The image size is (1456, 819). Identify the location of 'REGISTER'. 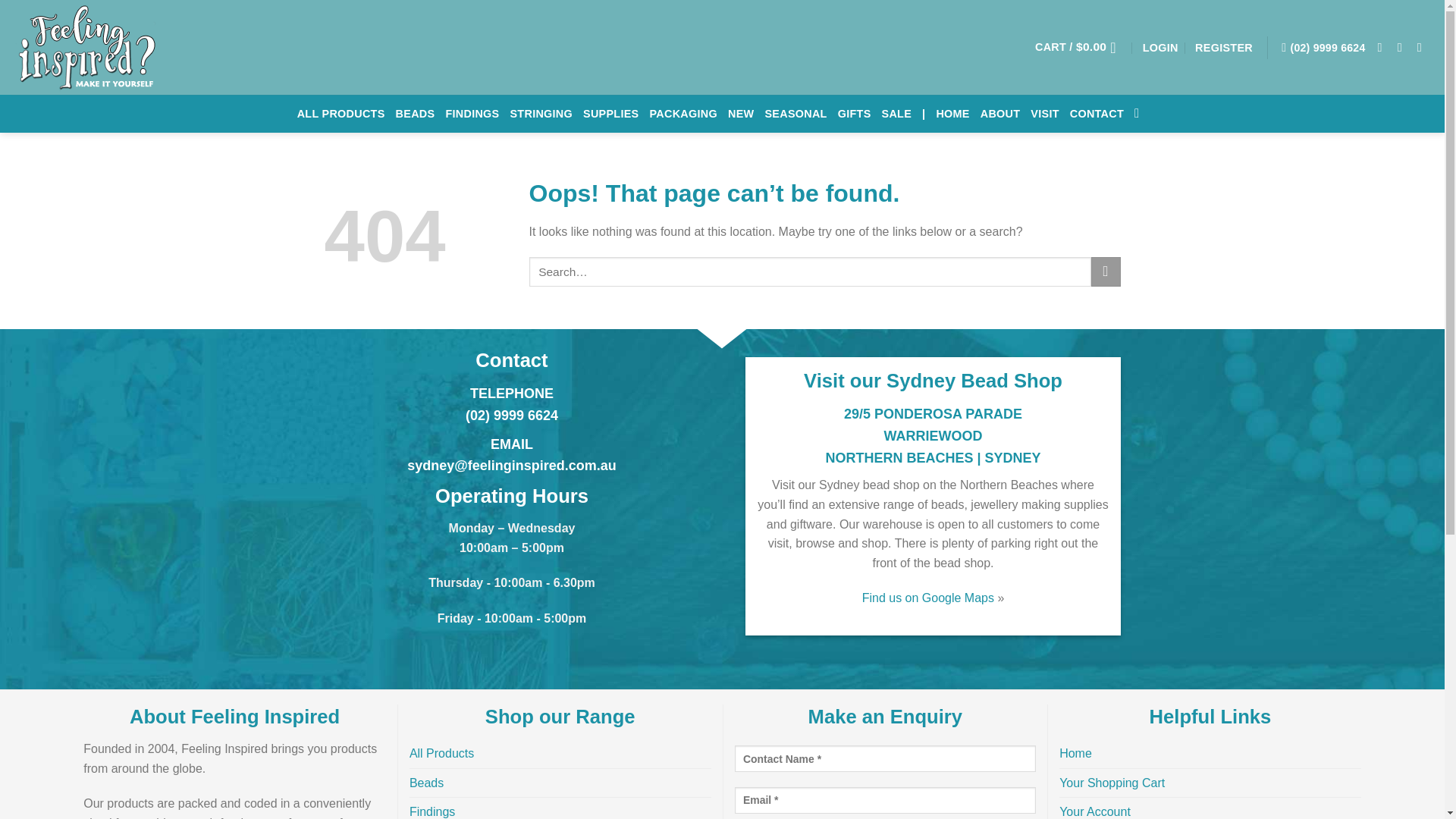
(1223, 45).